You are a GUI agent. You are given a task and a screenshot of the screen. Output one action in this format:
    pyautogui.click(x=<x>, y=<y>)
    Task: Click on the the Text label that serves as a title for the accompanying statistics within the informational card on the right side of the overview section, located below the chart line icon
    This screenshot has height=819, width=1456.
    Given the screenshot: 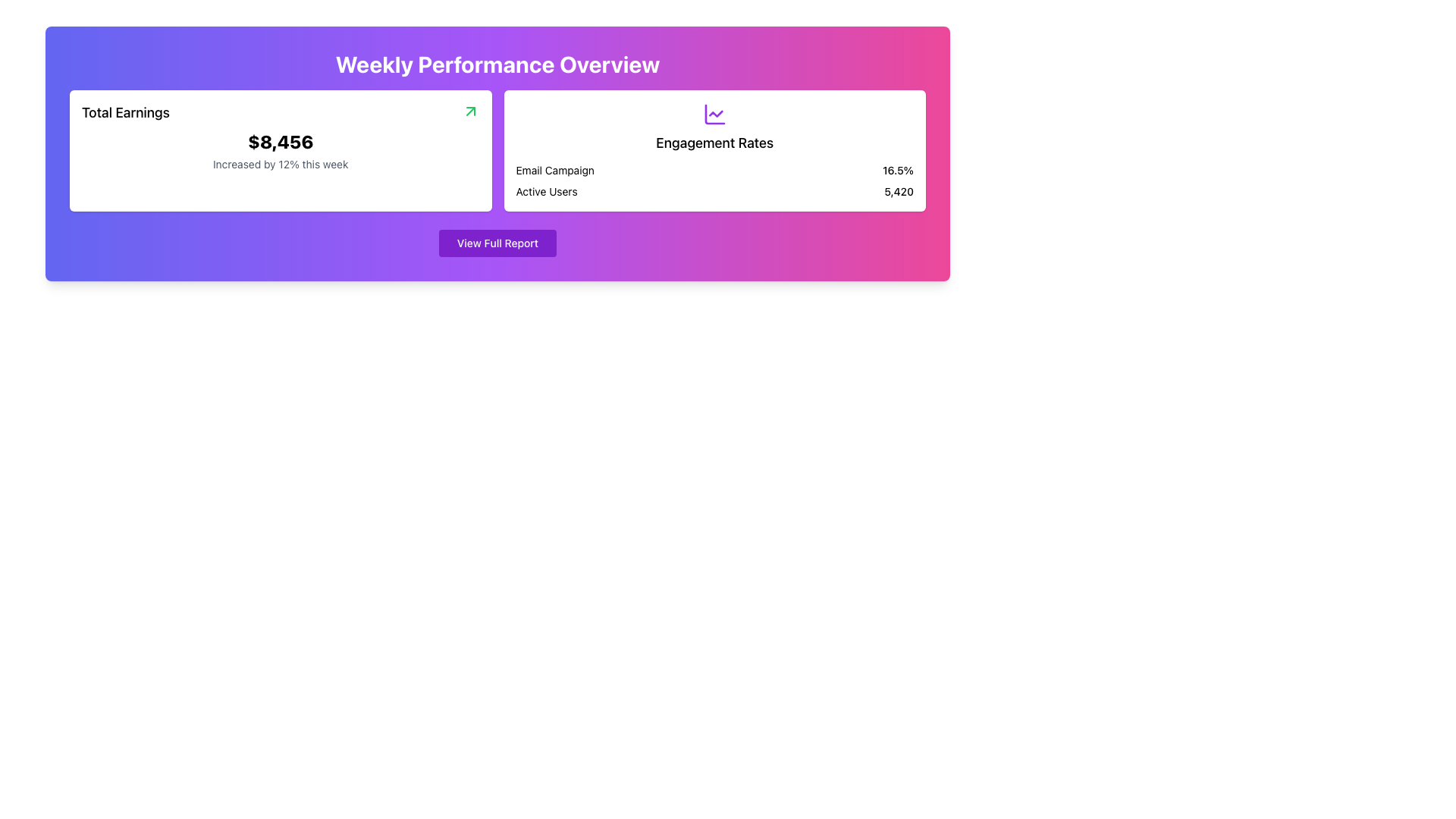 What is the action you would take?
    pyautogui.click(x=714, y=143)
    